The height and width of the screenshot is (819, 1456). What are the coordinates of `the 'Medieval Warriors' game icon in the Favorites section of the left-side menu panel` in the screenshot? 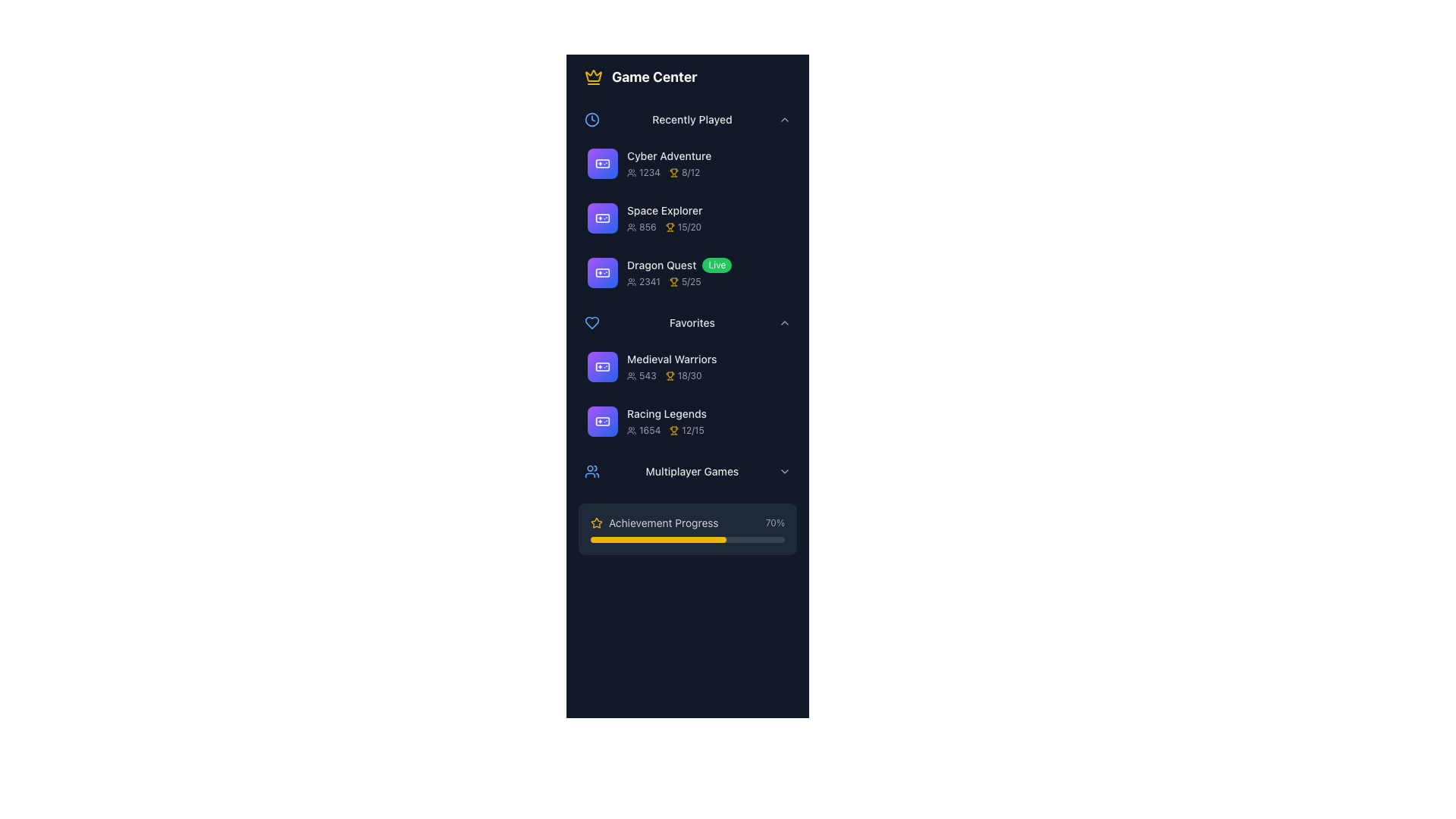 It's located at (602, 366).